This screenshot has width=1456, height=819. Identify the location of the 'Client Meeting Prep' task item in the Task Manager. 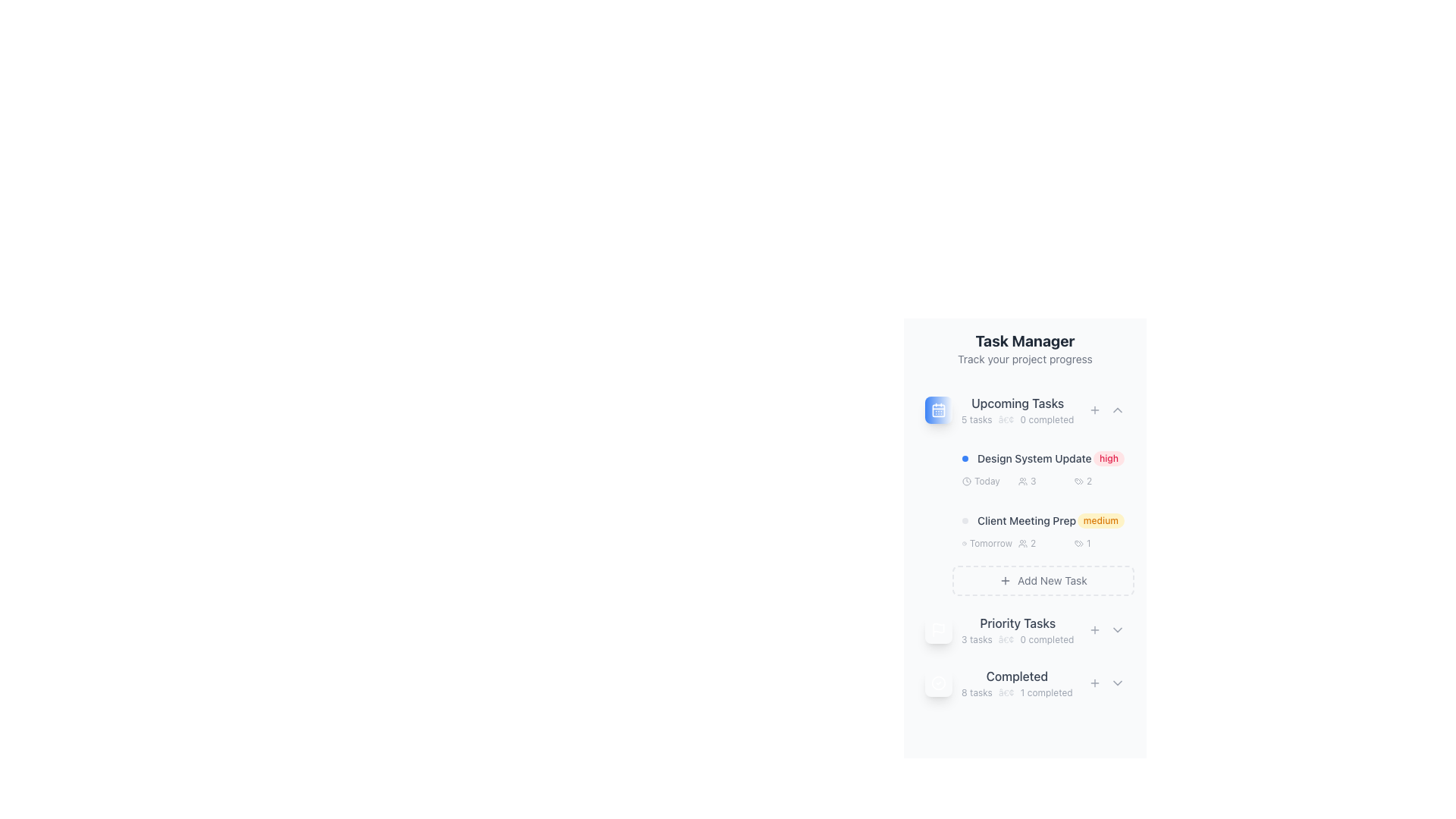
(1043, 519).